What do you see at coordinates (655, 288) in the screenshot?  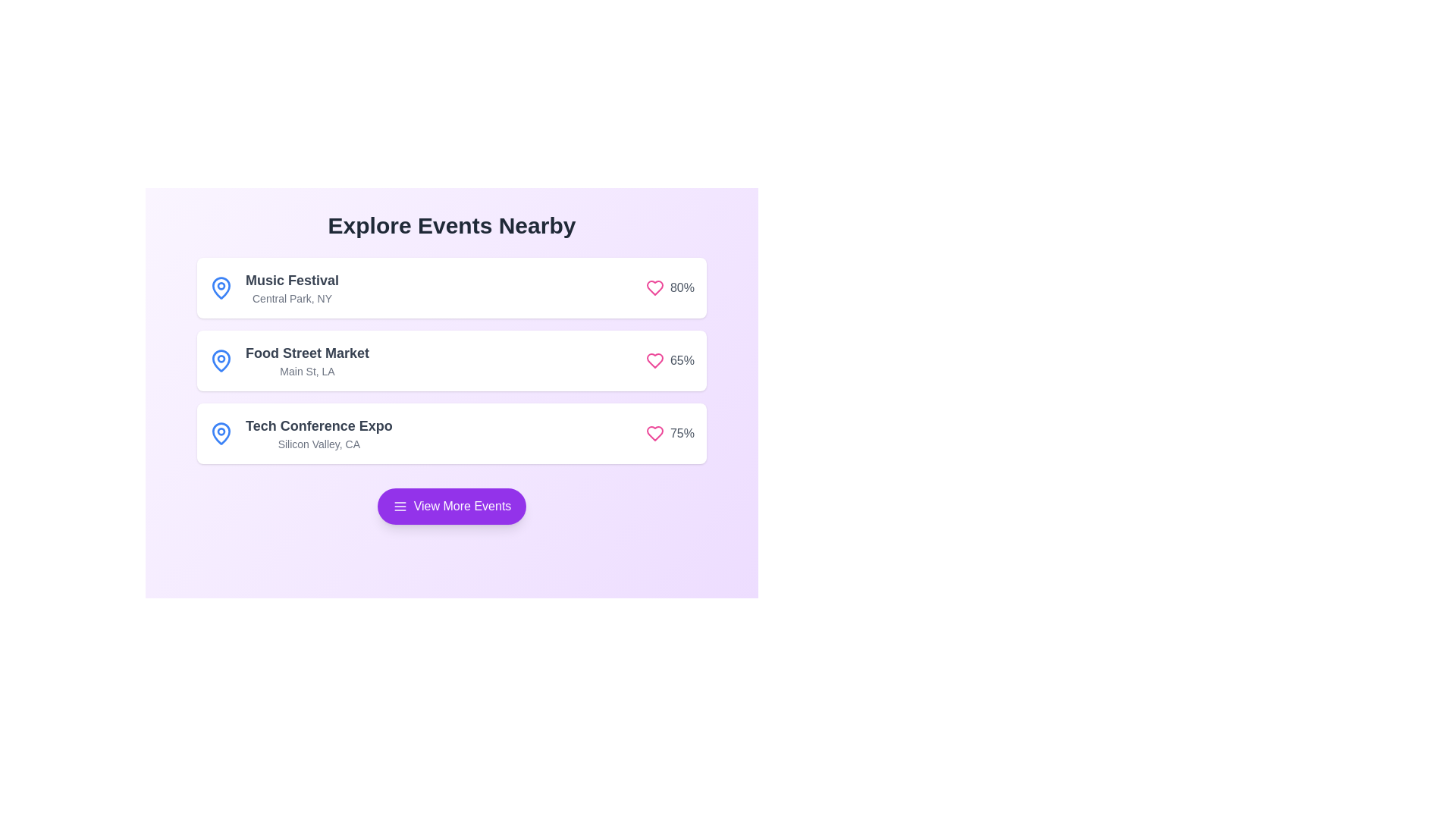 I see `the 'like' icon associated with the 'Music Festival' event, which is positioned to the right of the text 'Music Festival' and its subtitle 'Central Park, NY', and adjacent to the numeric percentage '80%'` at bounding box center [655, 288].